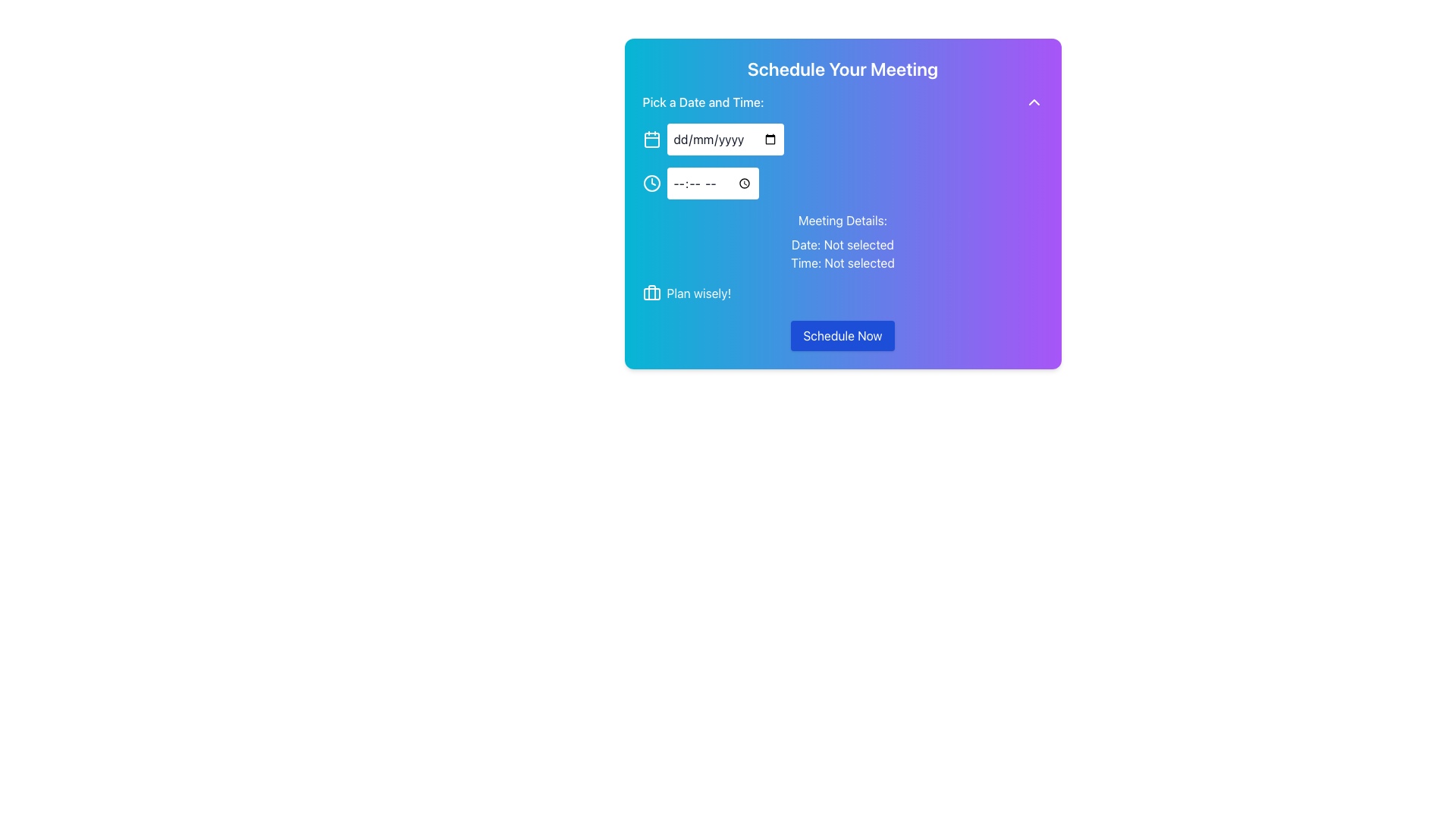  Describe the element at coordinates (1033, 102) in the screenshot. I see `the upward-facing chevron button with a white stroke on a purple background` at that location.